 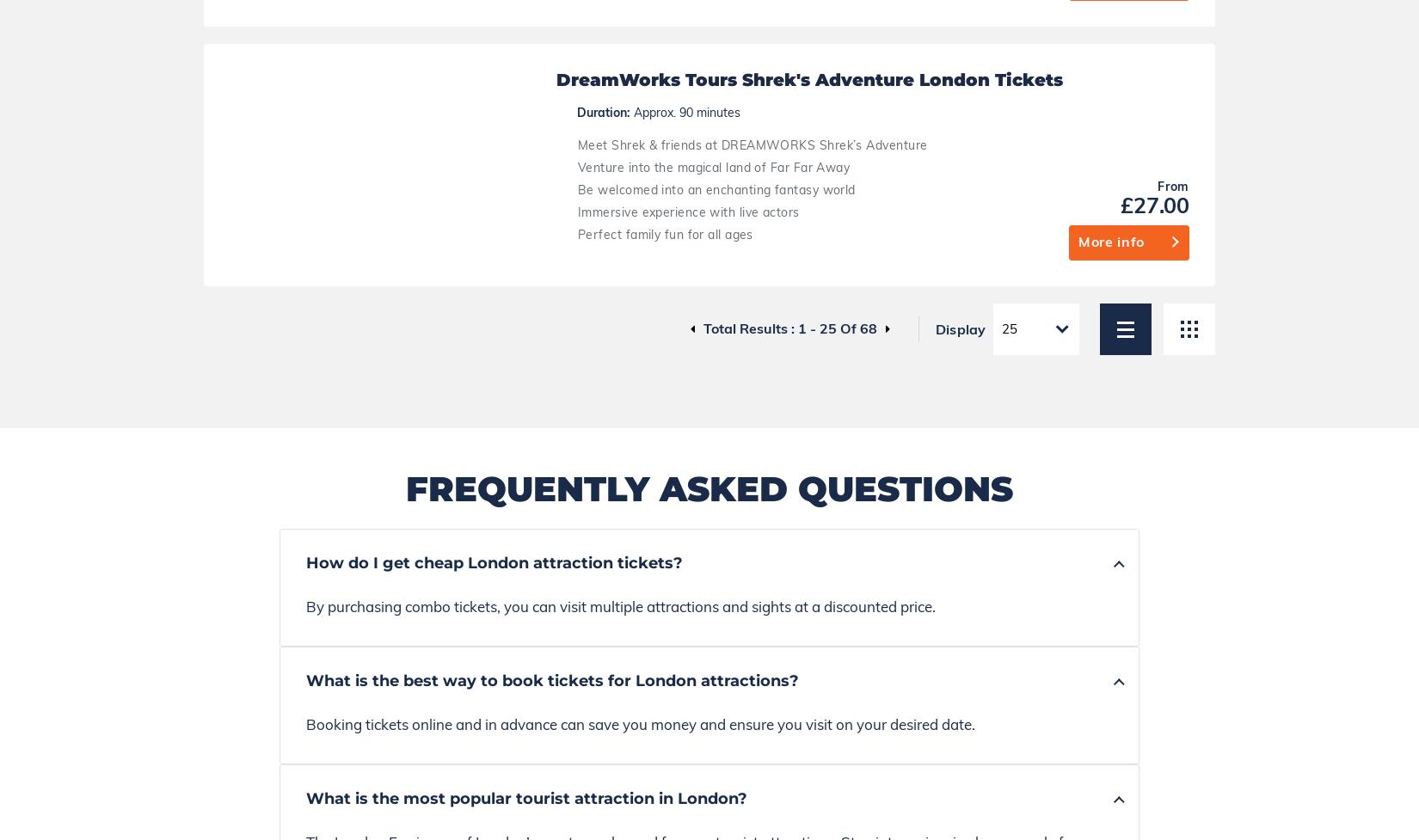 What do you see at coordinates (691, 231) in the screenshot?
I see `'The London Eye is one of London’s most popular and famous tourist attractions. Step into an iconic glass capsule for incredible 360-degree views of the capital.'` at bounding box center [691, 231].